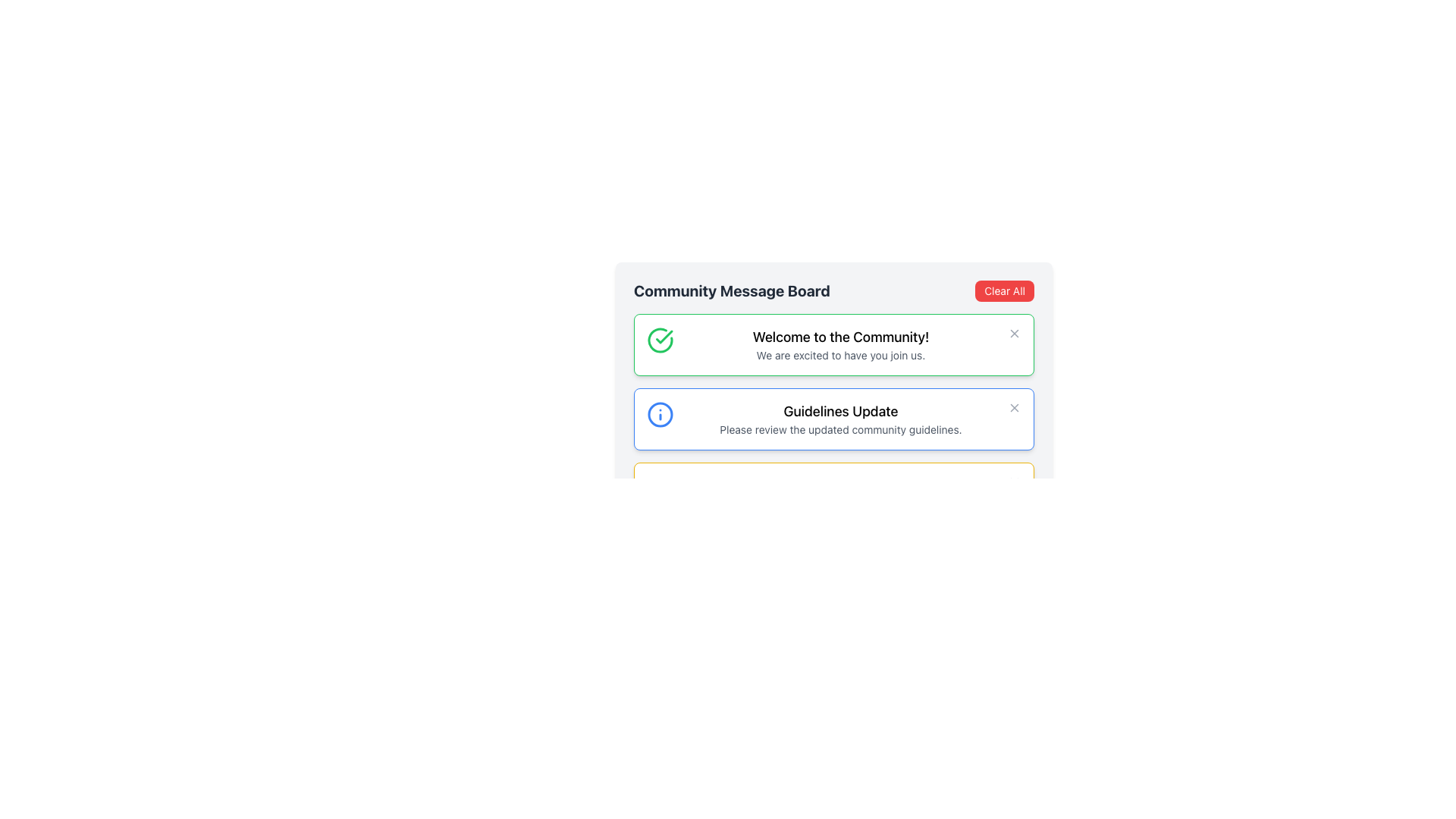 This screenshot has height=819, width=1456. What do you see at coordinates (660, 415) in the screenshot?
I see `the circular blue outlined icon with an information symbol ('i') inside, located to the left of the 'Guidelines Update' message` at bounding box center [660, 415].